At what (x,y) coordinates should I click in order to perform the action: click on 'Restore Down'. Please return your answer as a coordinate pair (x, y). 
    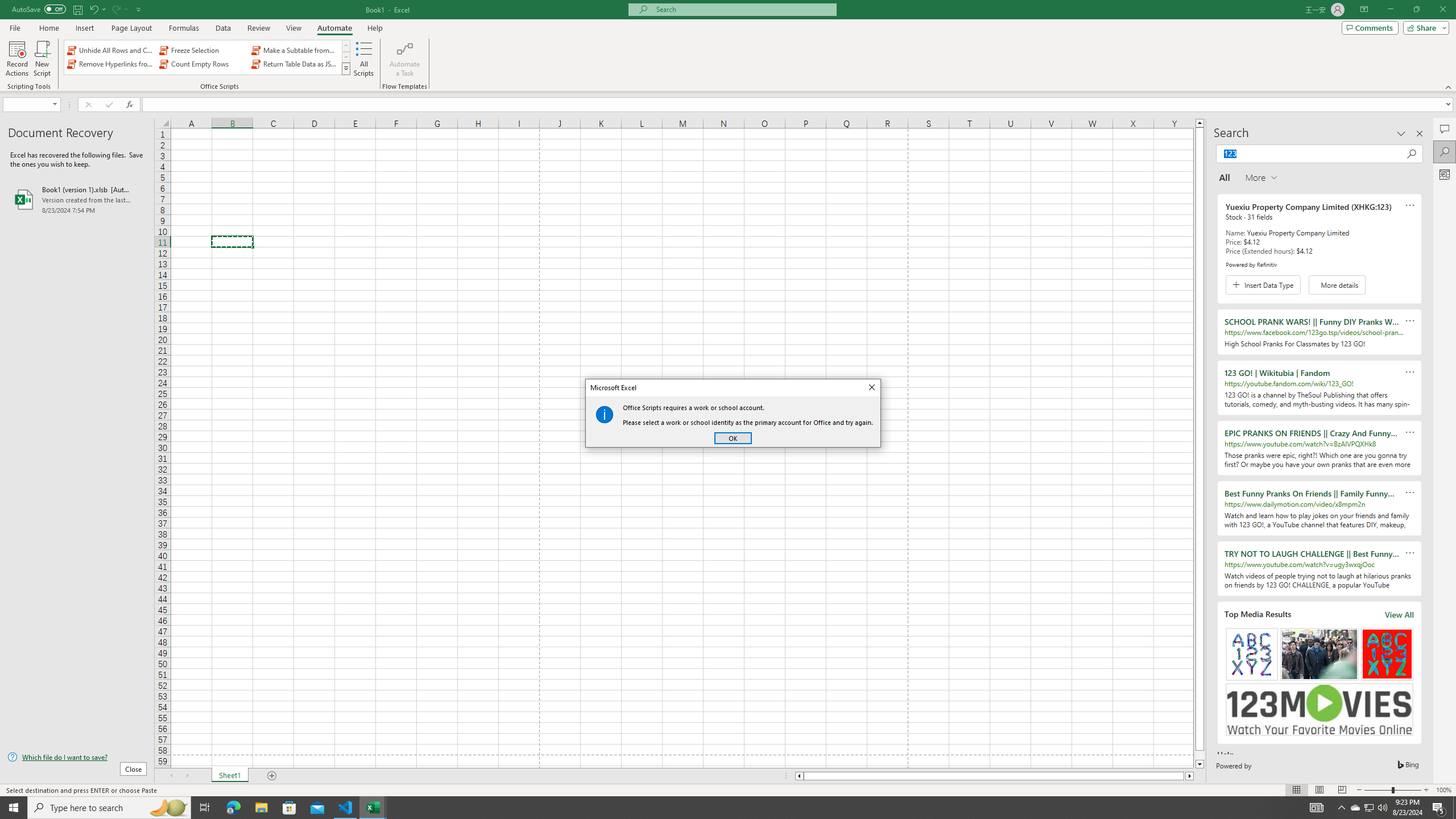
    Looking at the image, I should click on (1416, 9).